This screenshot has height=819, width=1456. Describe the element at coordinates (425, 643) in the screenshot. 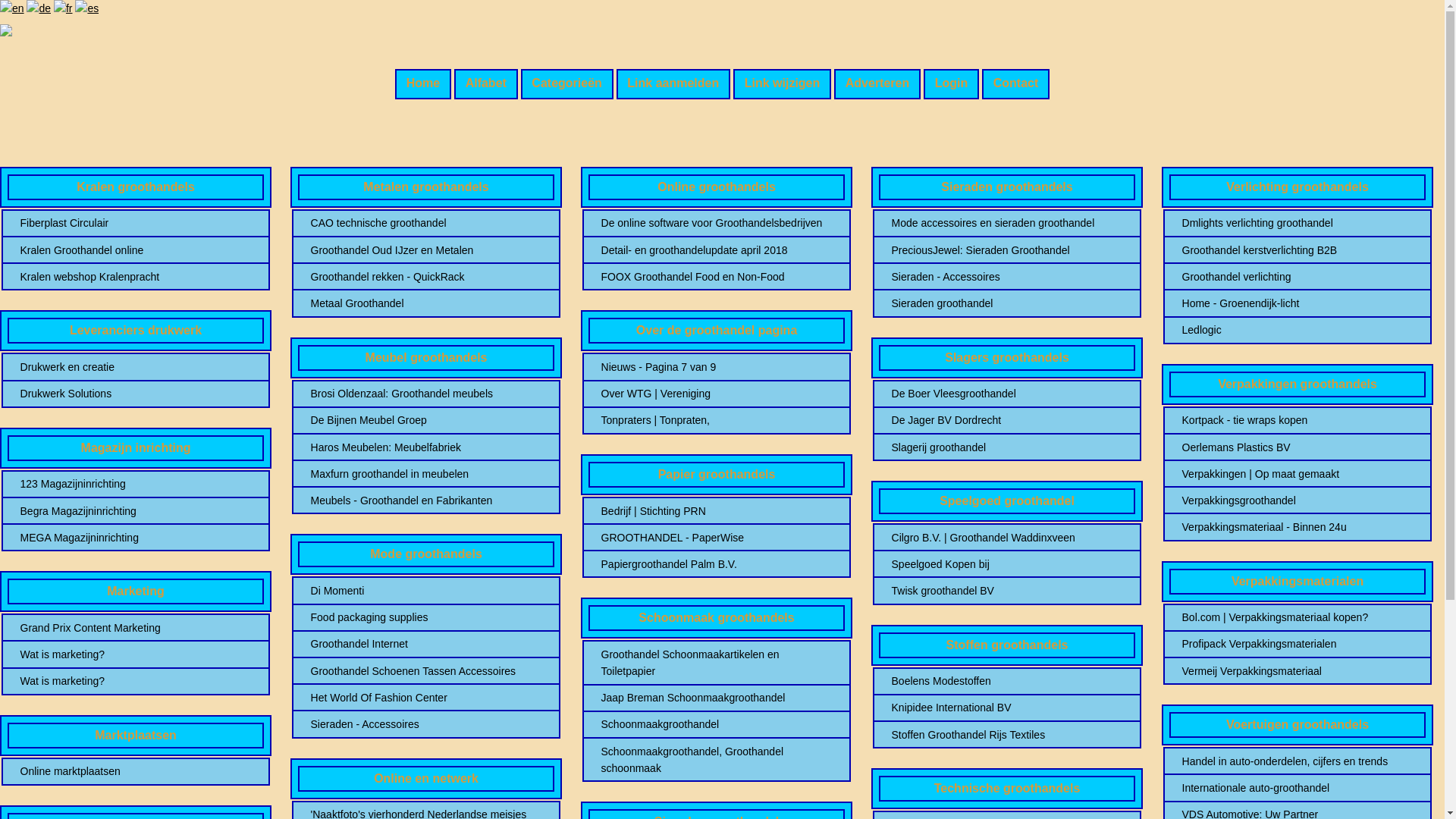

I see `'Groothandel Internet'` at that location.